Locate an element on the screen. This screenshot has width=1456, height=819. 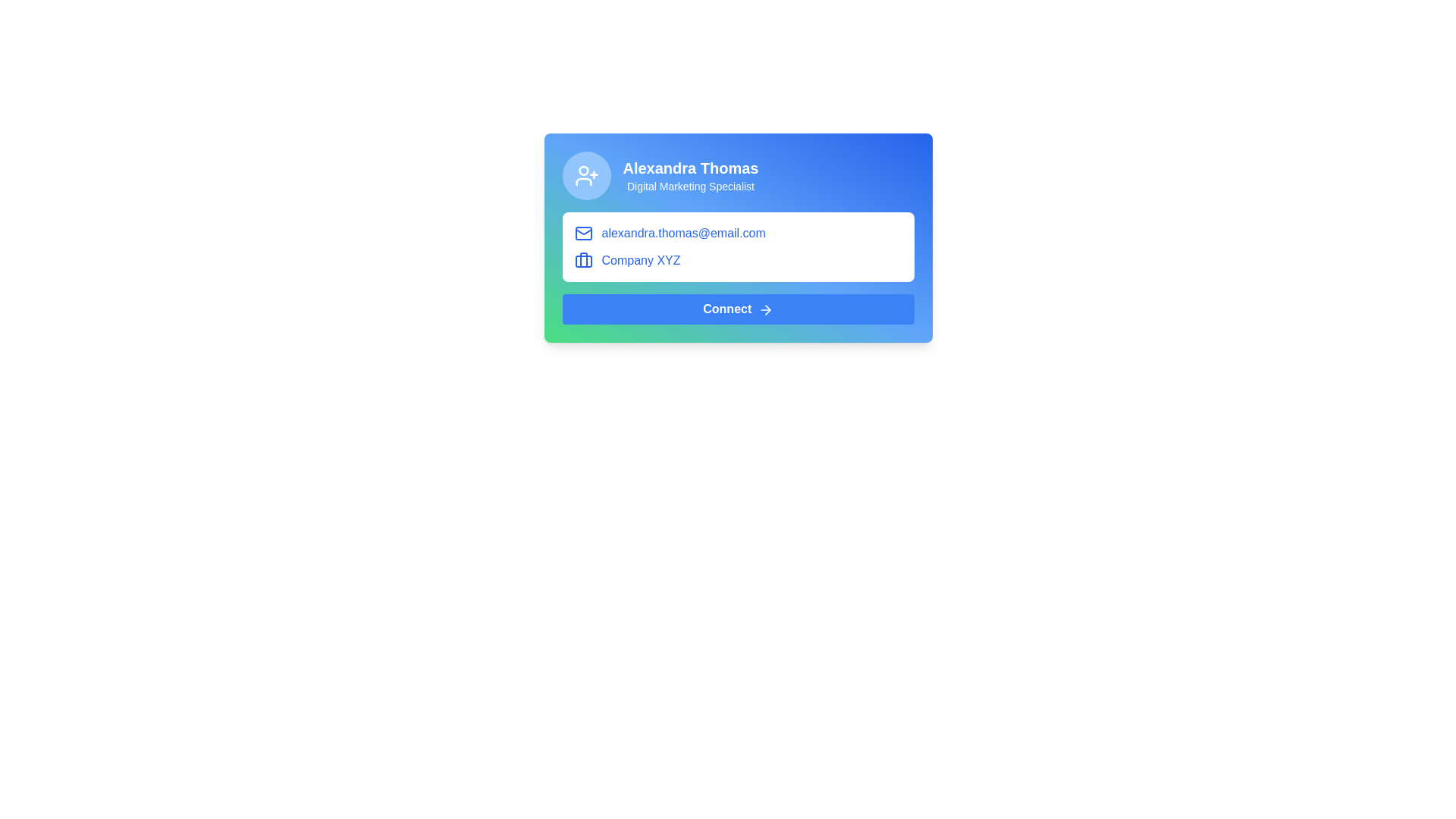
the rounded rectangular icon located to the left of the text 'Company XYZ' within the card layout is located at coordinates (582, 260).